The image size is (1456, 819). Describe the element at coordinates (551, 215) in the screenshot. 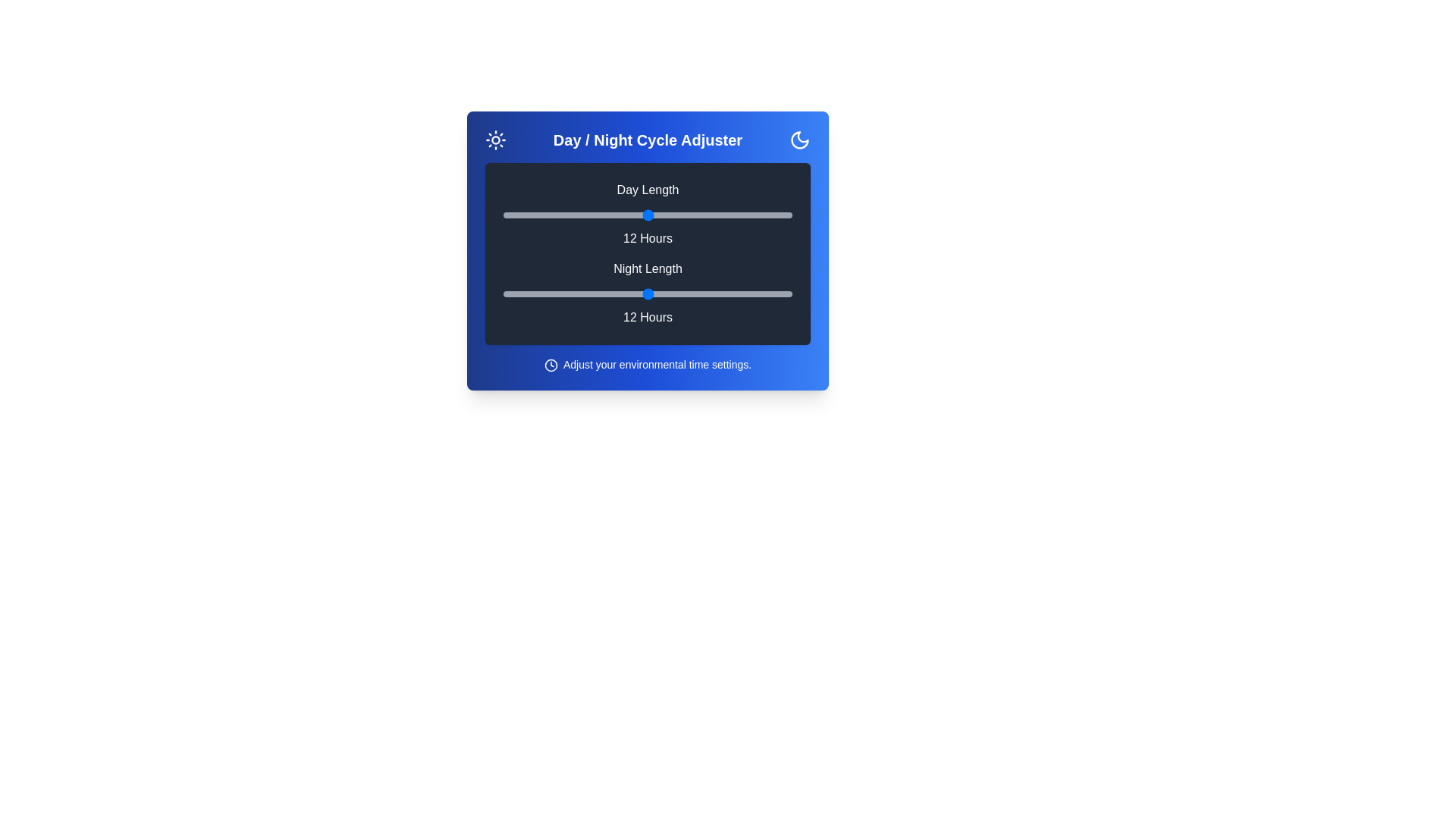

I see `the 'Day Length' slider to set the day duration to 8 hours` at that location.